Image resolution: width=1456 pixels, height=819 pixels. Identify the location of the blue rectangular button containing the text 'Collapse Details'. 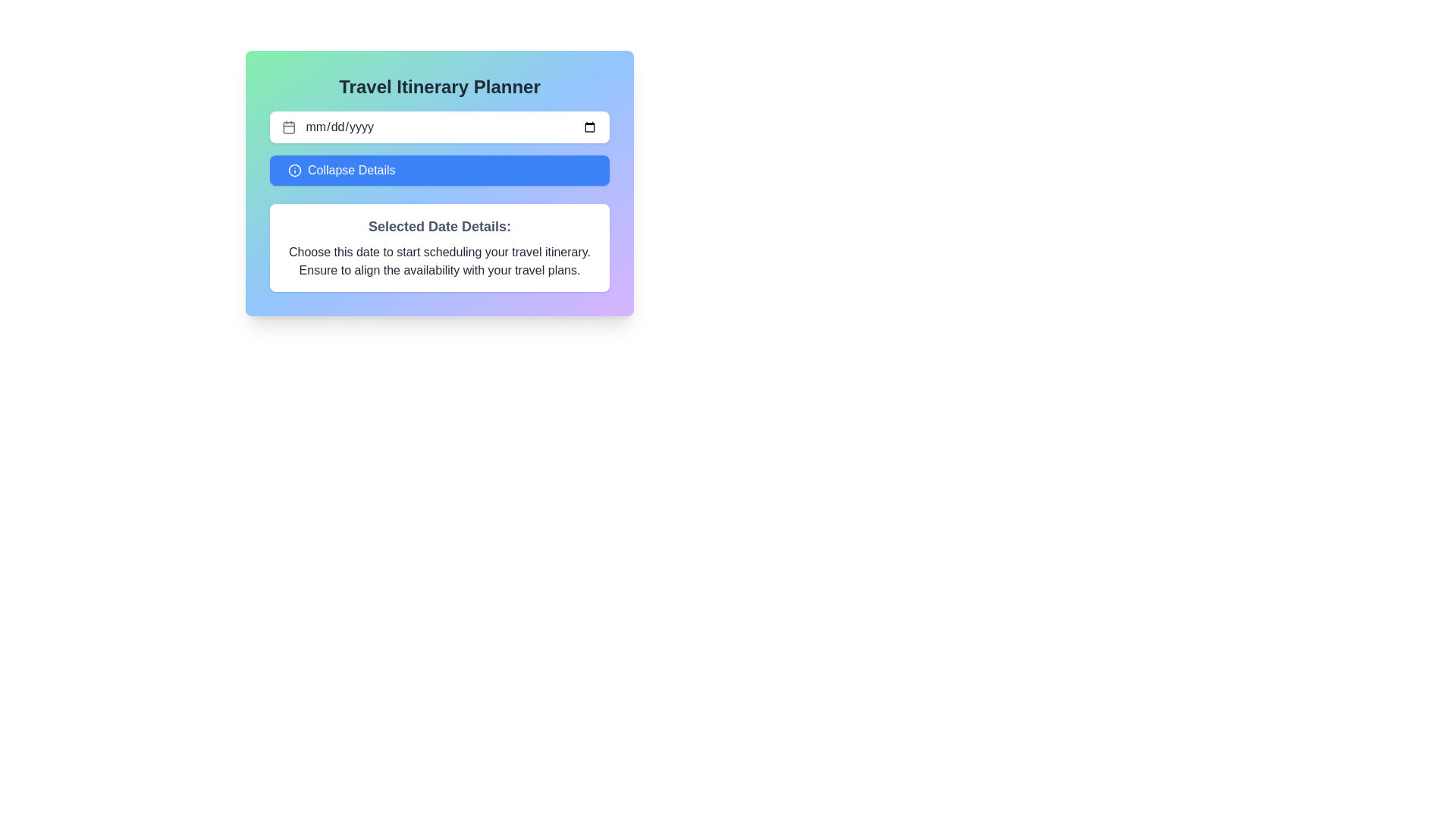
(350, 170).